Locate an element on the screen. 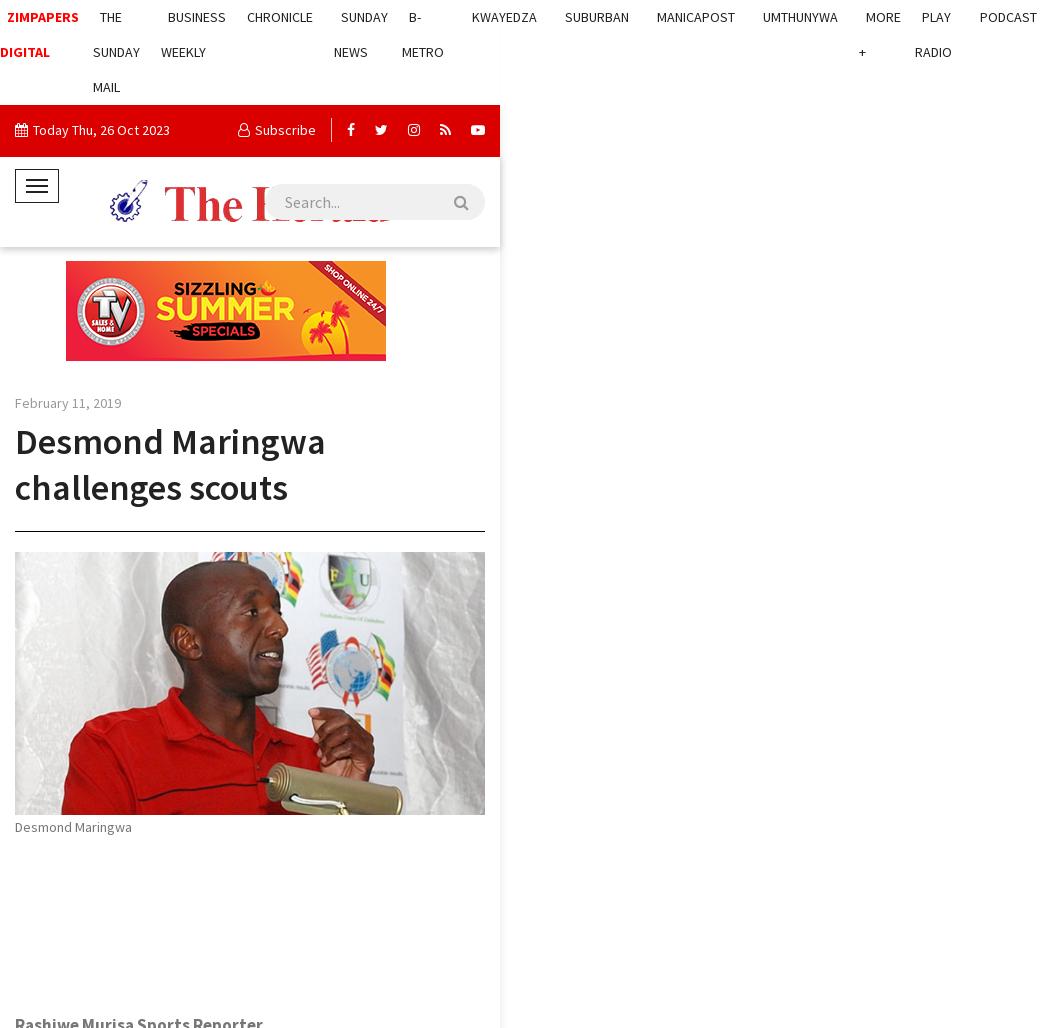 This screenshot has height=1028, width=1044. 'Subscribe' is located at coordinates (284, 130).